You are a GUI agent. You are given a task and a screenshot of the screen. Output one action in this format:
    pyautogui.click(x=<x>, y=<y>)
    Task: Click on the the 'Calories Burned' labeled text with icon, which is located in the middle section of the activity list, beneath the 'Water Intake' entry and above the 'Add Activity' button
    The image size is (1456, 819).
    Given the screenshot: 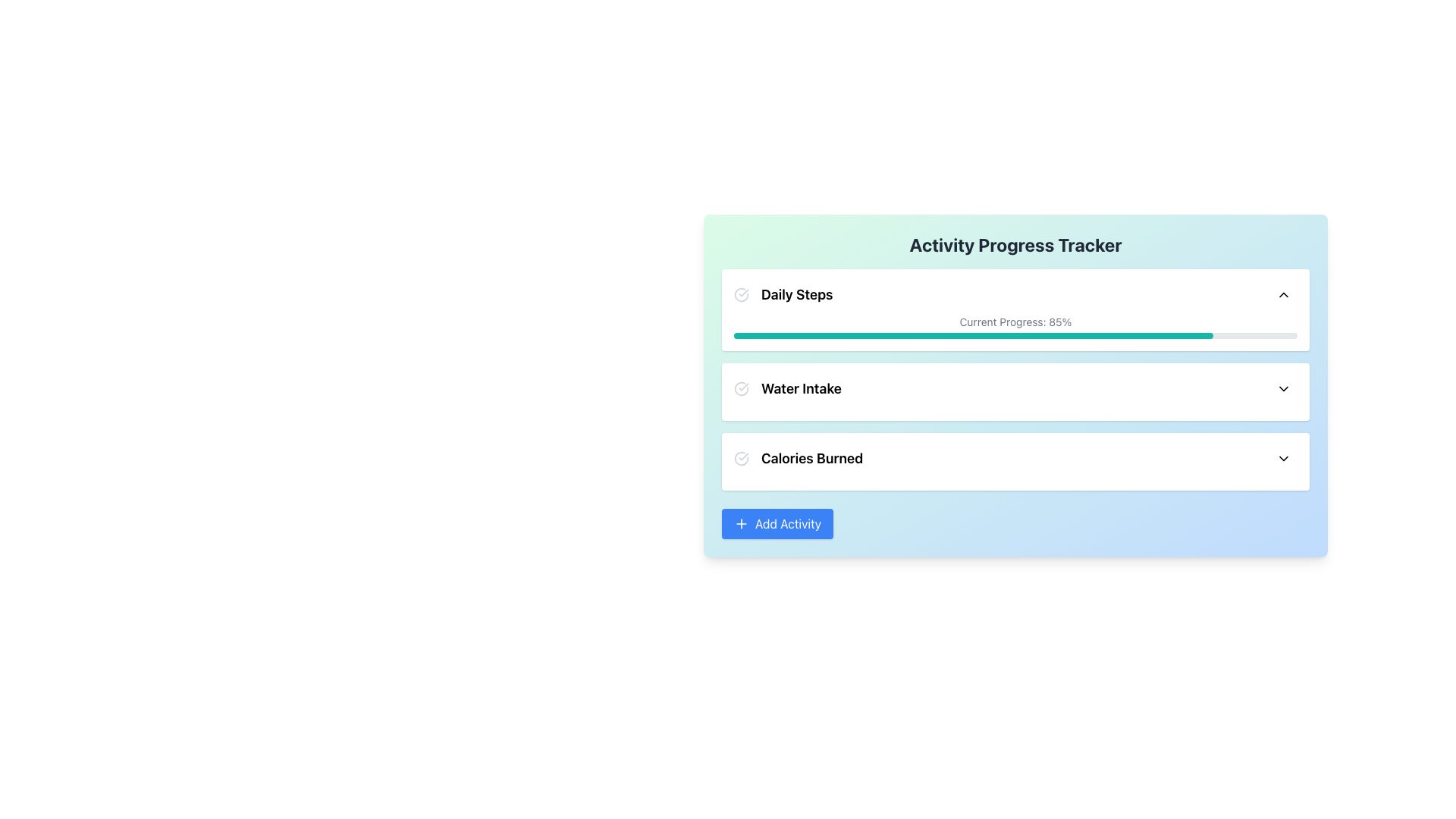 What is the action you would take?
    pyautogui.click(x=798, y=458)
    